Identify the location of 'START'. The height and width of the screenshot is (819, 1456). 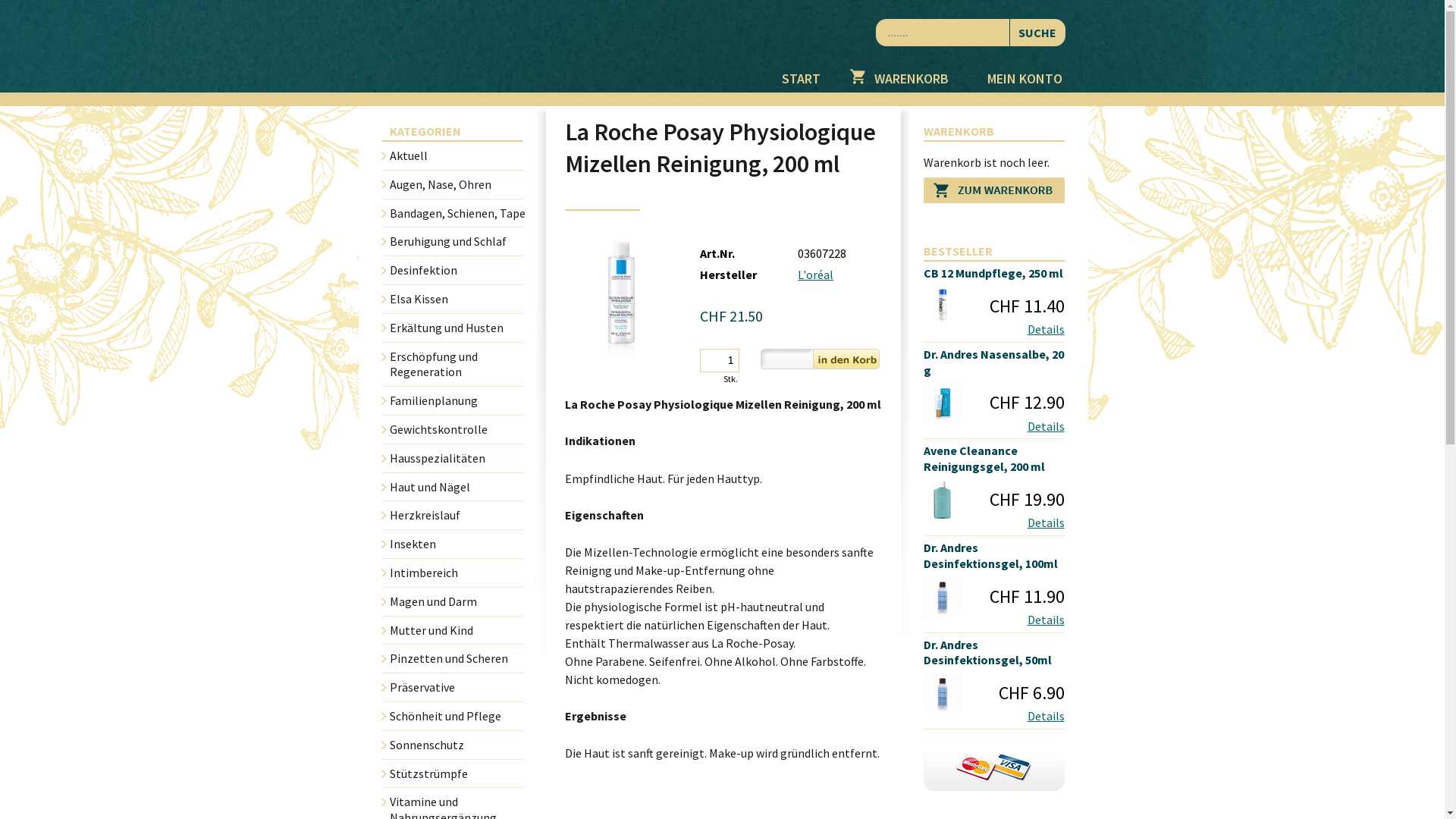
(799, 75).